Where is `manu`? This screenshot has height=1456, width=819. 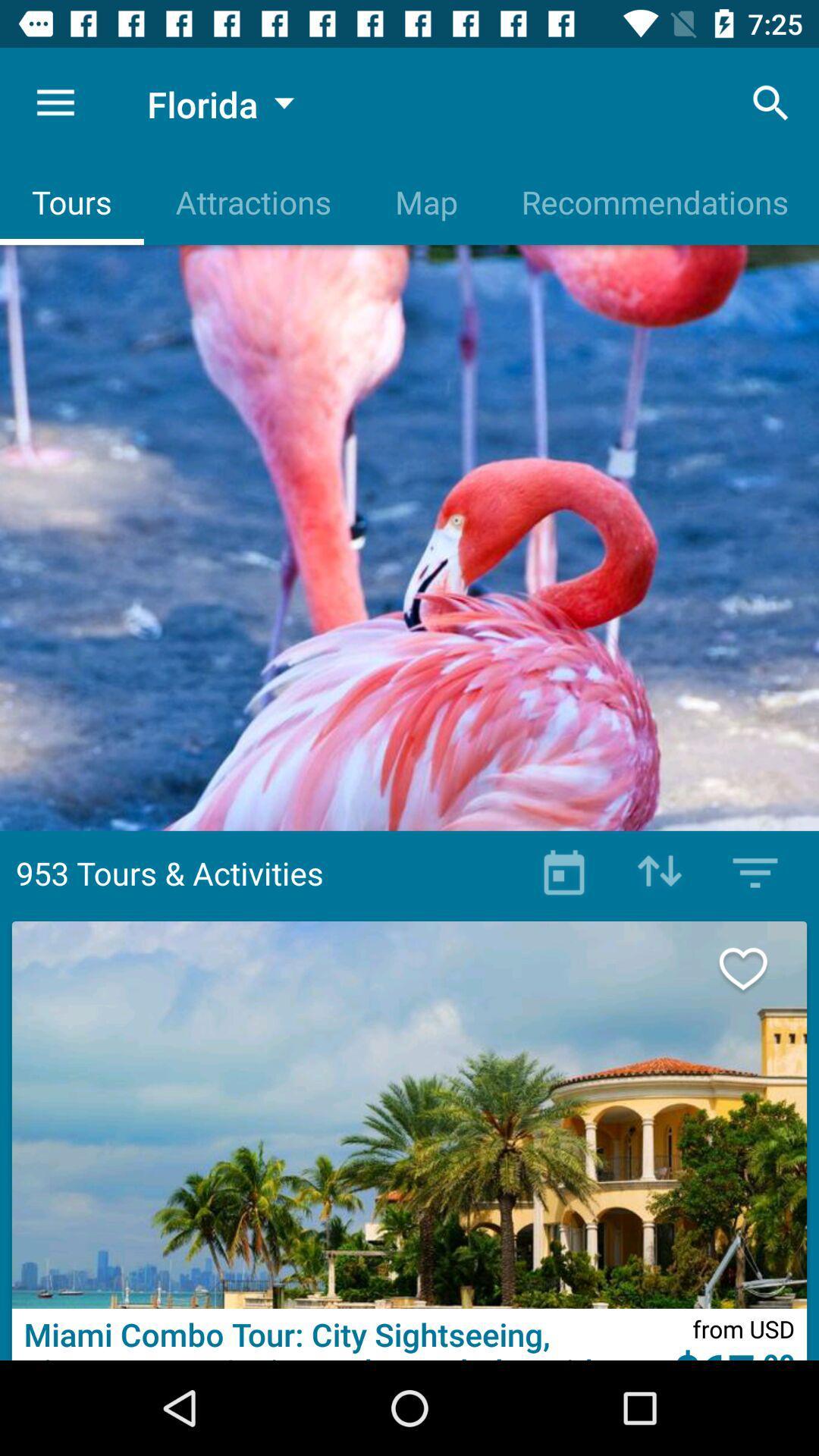 manu is located at coordinates (755, 873).